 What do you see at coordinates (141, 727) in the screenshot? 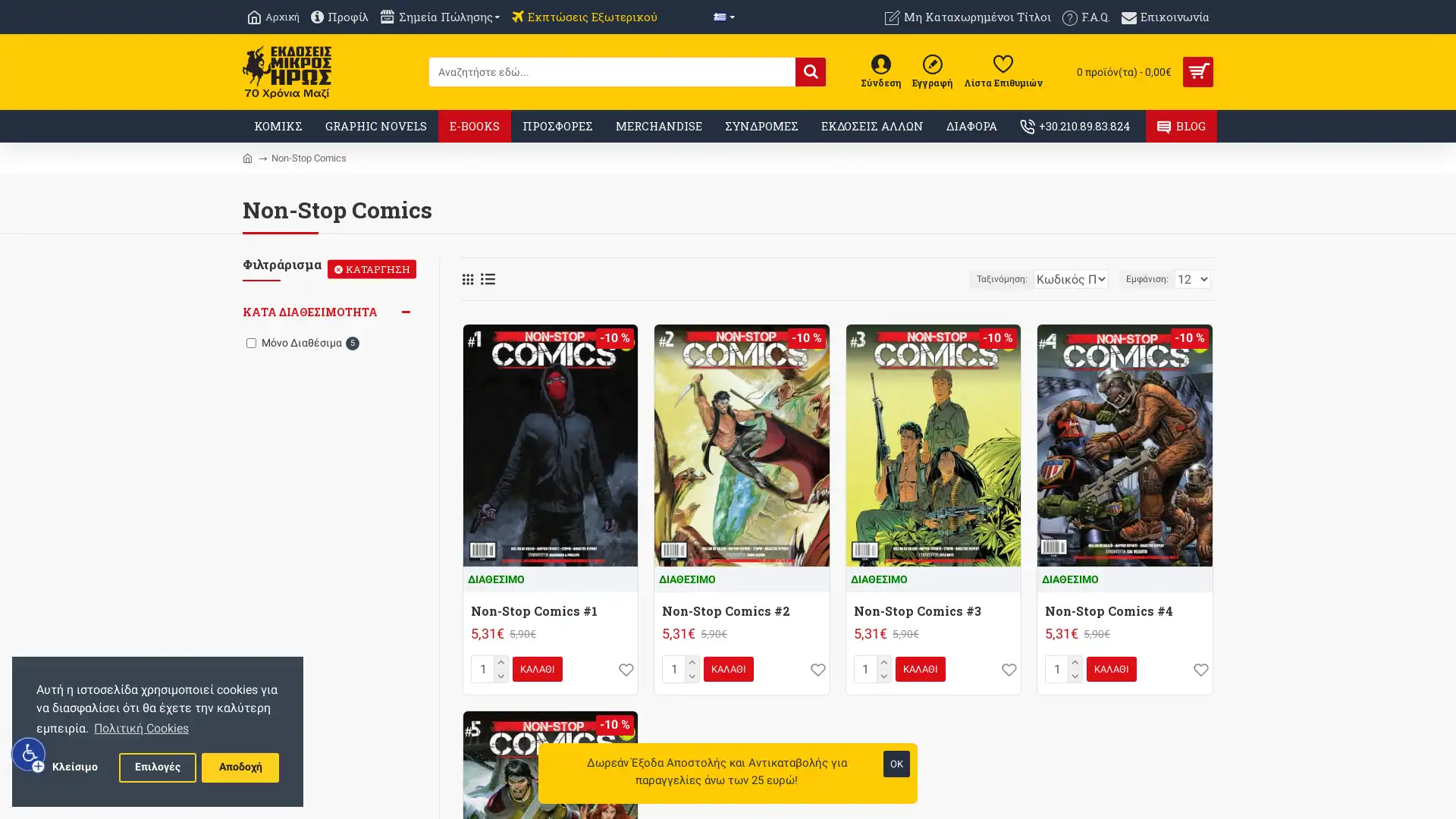
I see `learn more about cookies` at bounding box center [141, 727].